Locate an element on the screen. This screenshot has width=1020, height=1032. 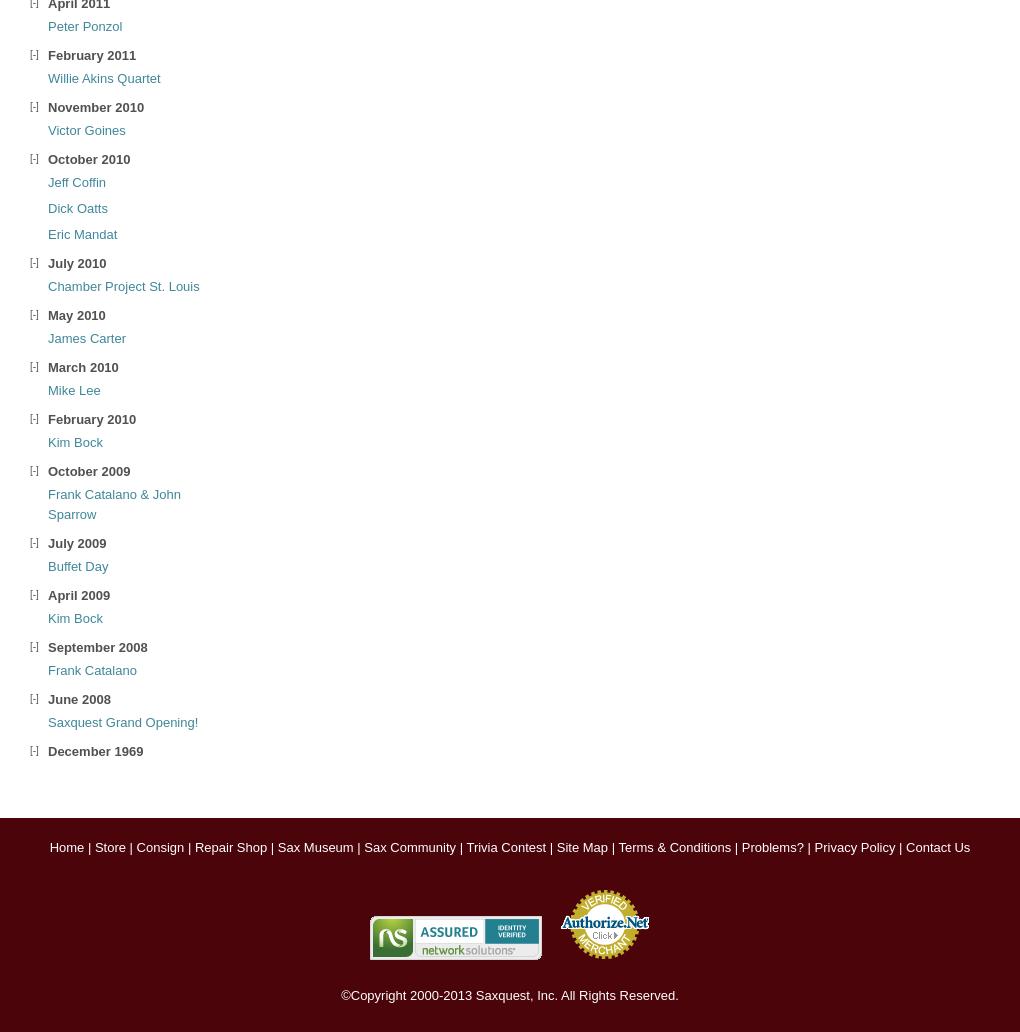
'Site Map' is located at coordinates (556, 846).